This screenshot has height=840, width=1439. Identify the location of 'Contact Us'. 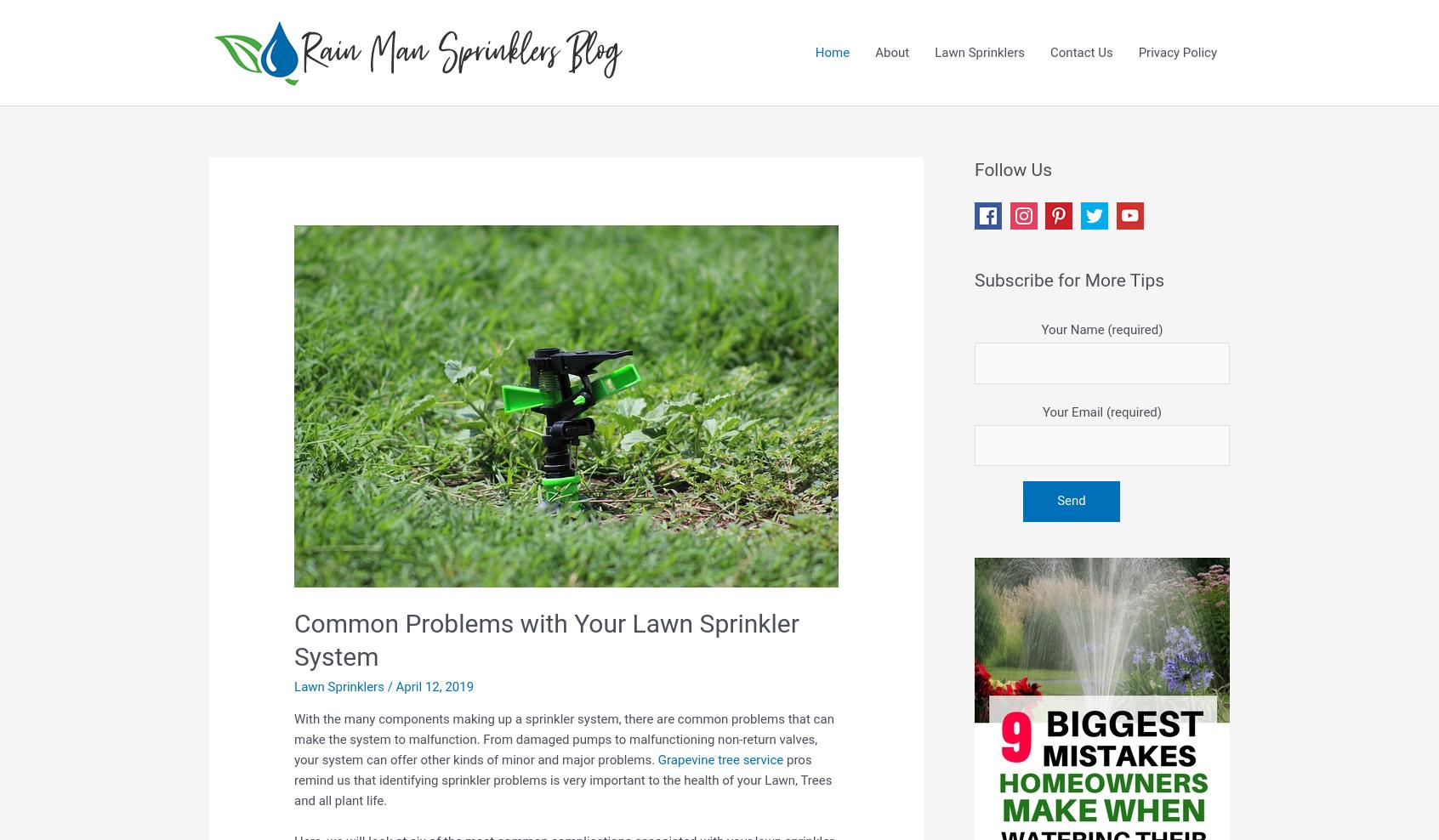
(1049, 52).